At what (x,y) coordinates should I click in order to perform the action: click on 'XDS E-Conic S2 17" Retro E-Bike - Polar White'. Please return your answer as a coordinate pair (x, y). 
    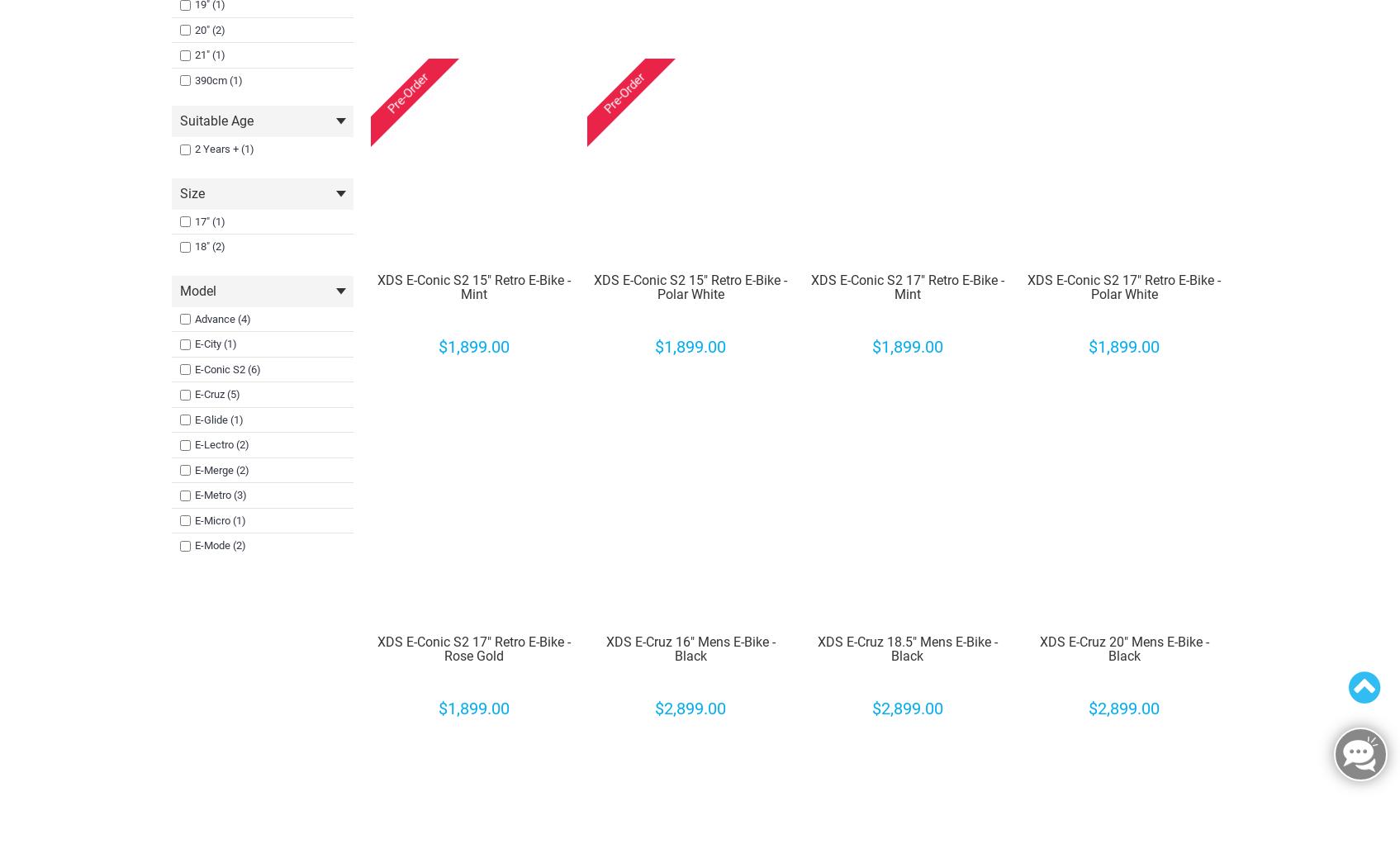
    Looking at the image, I should click on (1123, 286).